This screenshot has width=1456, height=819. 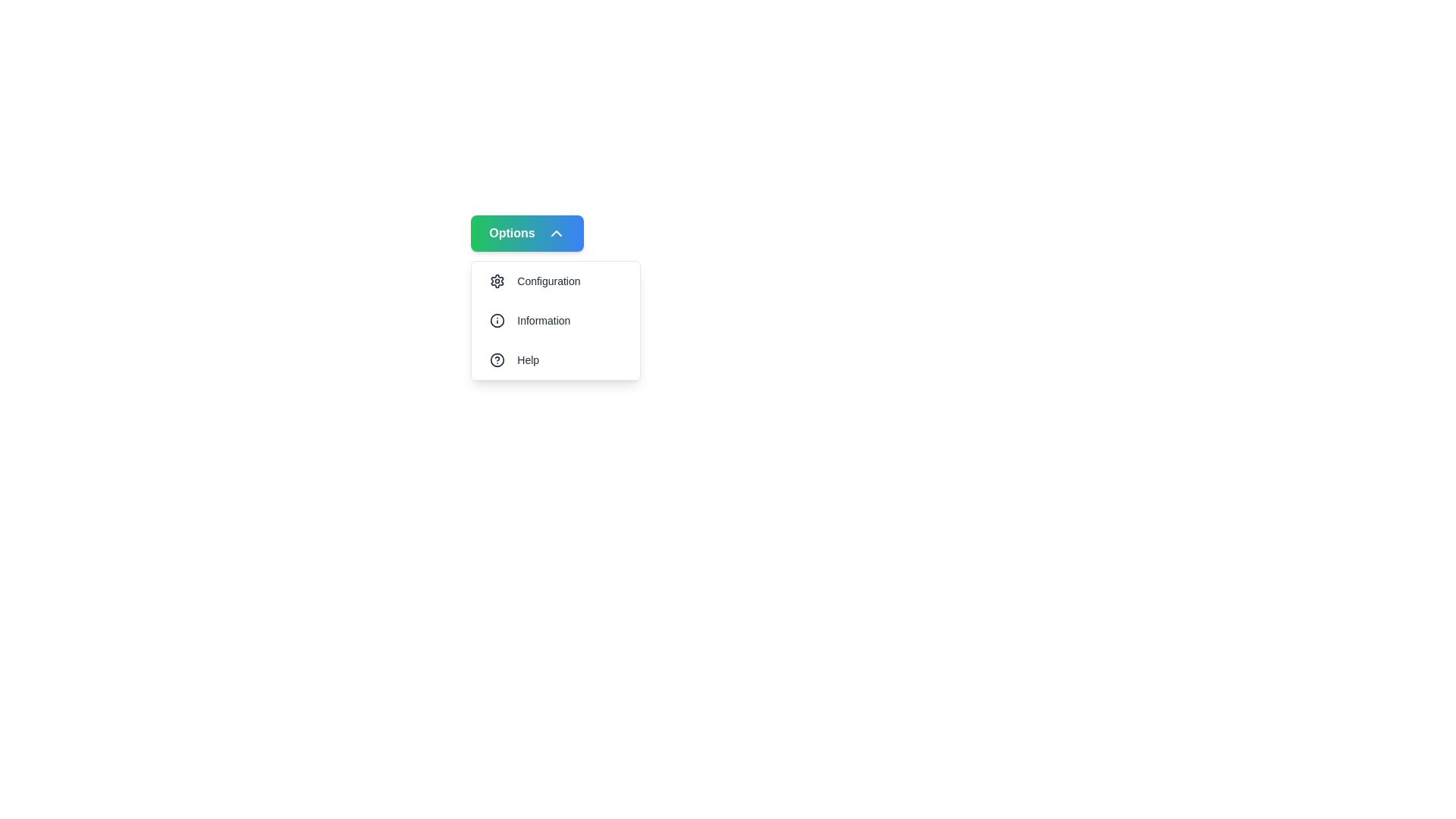 What do you see at coordinates (555, 359) in the screenshot?
I see `the 'Help' button located at the bottom of the dropdown menu to observe the hover effect` at bounding box center [555, 359].